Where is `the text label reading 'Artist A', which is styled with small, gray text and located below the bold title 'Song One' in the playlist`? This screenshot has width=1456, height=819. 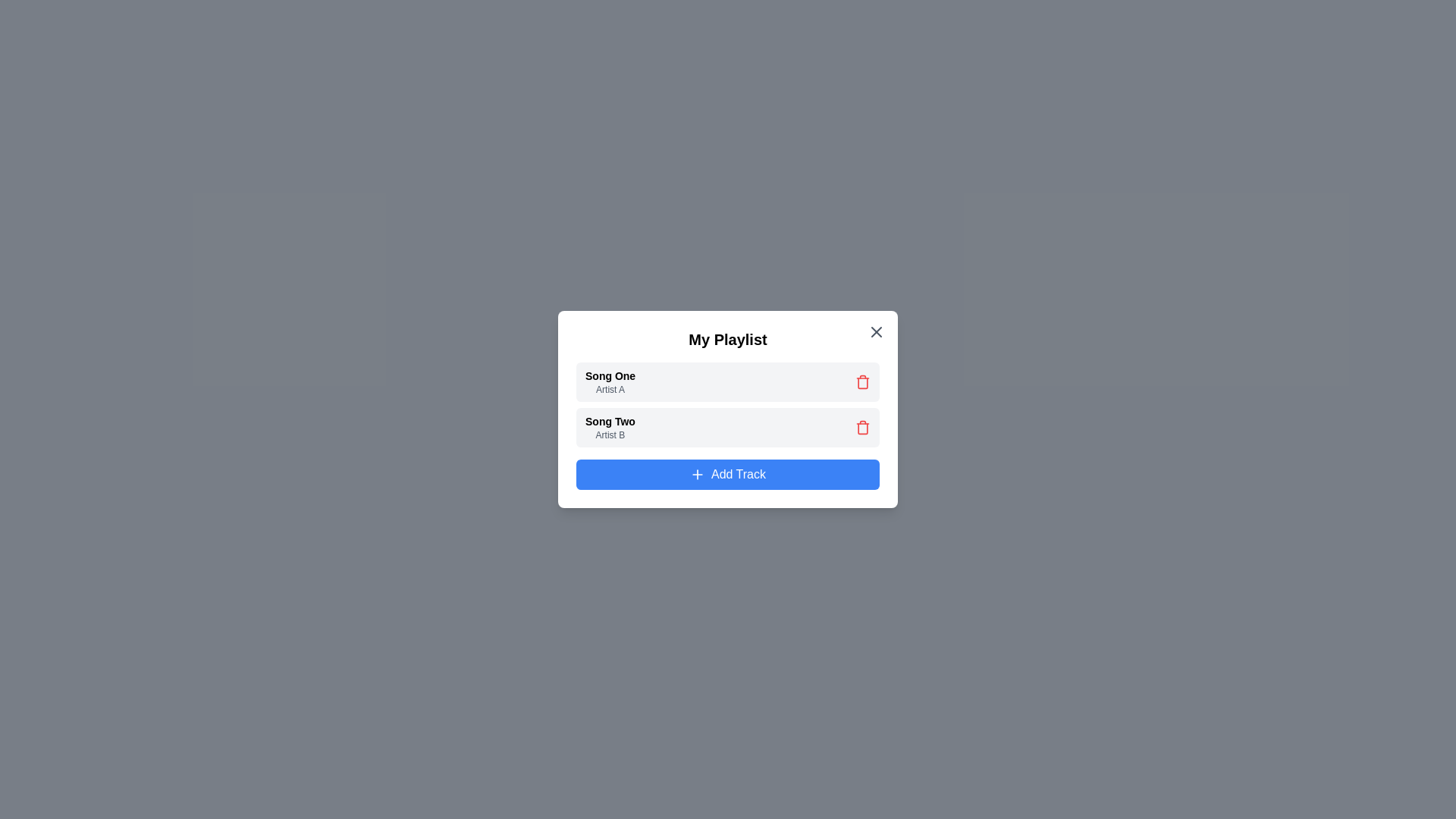
the text label reading 'Artist A', which is styled with small, gray text and located below the bold title 'Song One' in the playlist is located at coordinates (610, 388).